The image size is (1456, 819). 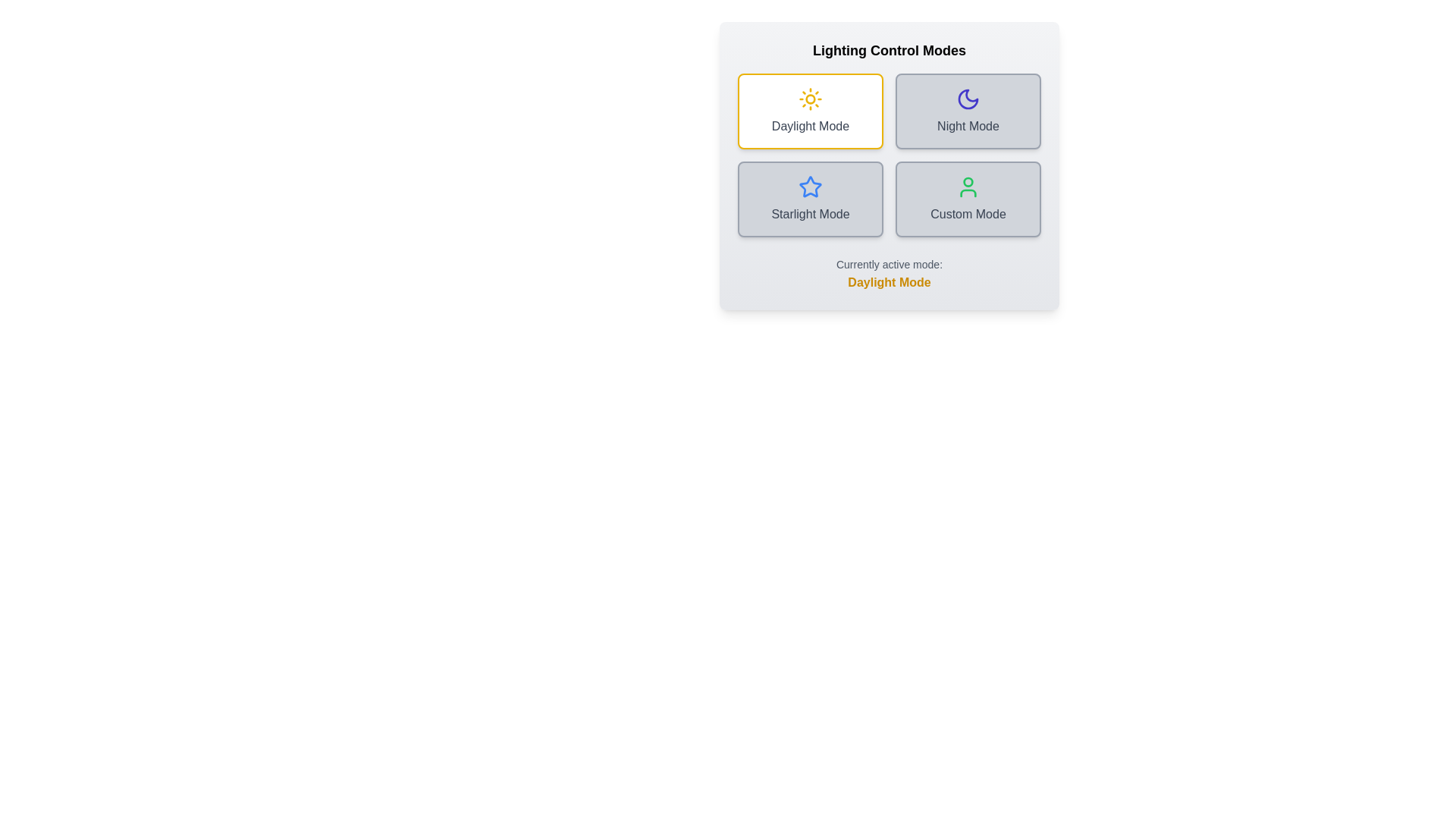 What do you see at coordinates (967, 198) in the screenshot?
I see `the button corresponding to the desired lighting mode Custom Mode` at bounding box center [967, 198].